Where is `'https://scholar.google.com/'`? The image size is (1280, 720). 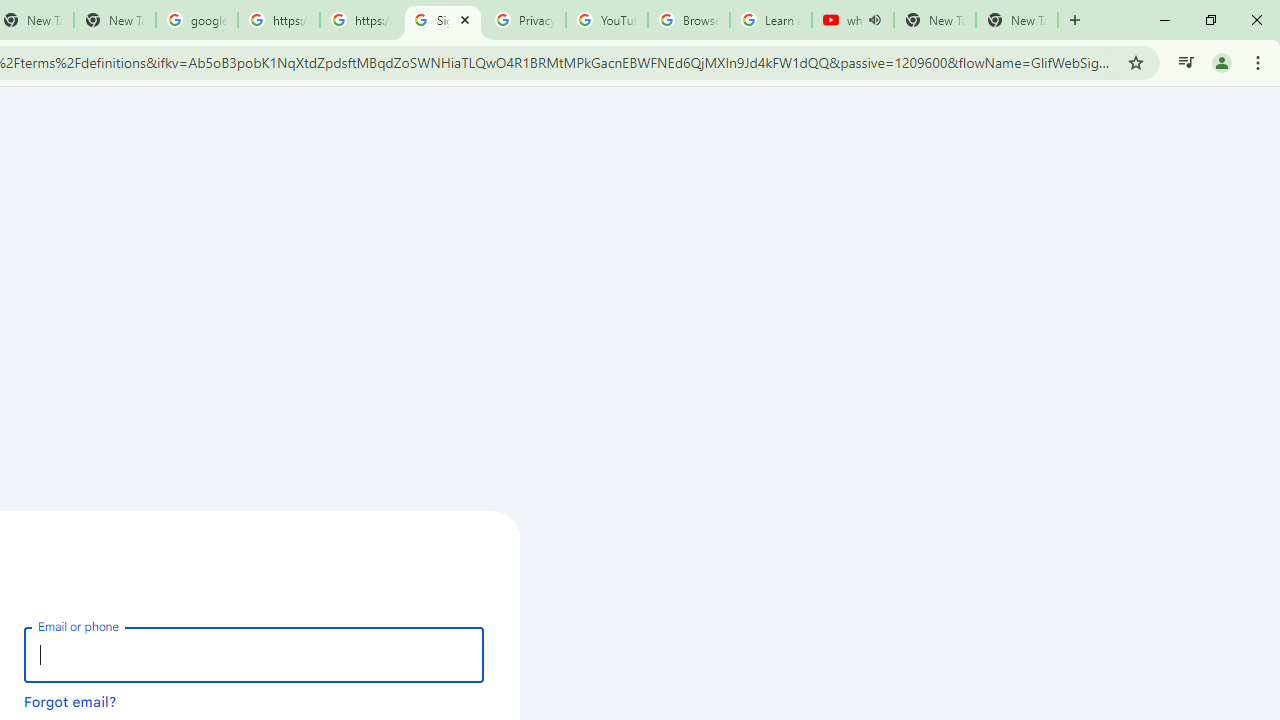
'https://scholar.google.com/' is located at coordinates (360, 20).